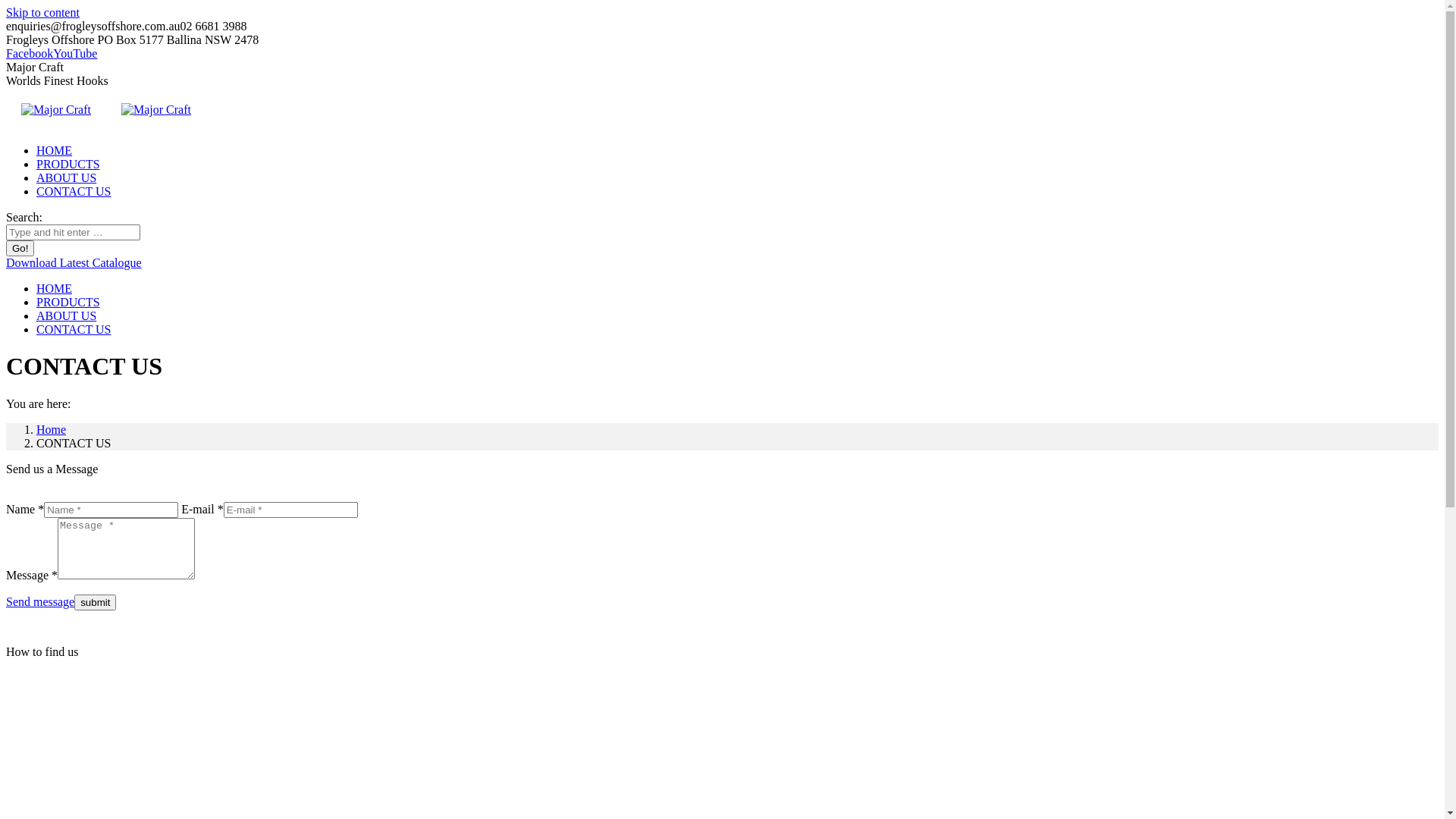 The width and height of the screenshot is (1456, 819). What do you see at coordinates (51, 429) in the screenshot?
I see `'Home'` at bounding box center [51, 429].